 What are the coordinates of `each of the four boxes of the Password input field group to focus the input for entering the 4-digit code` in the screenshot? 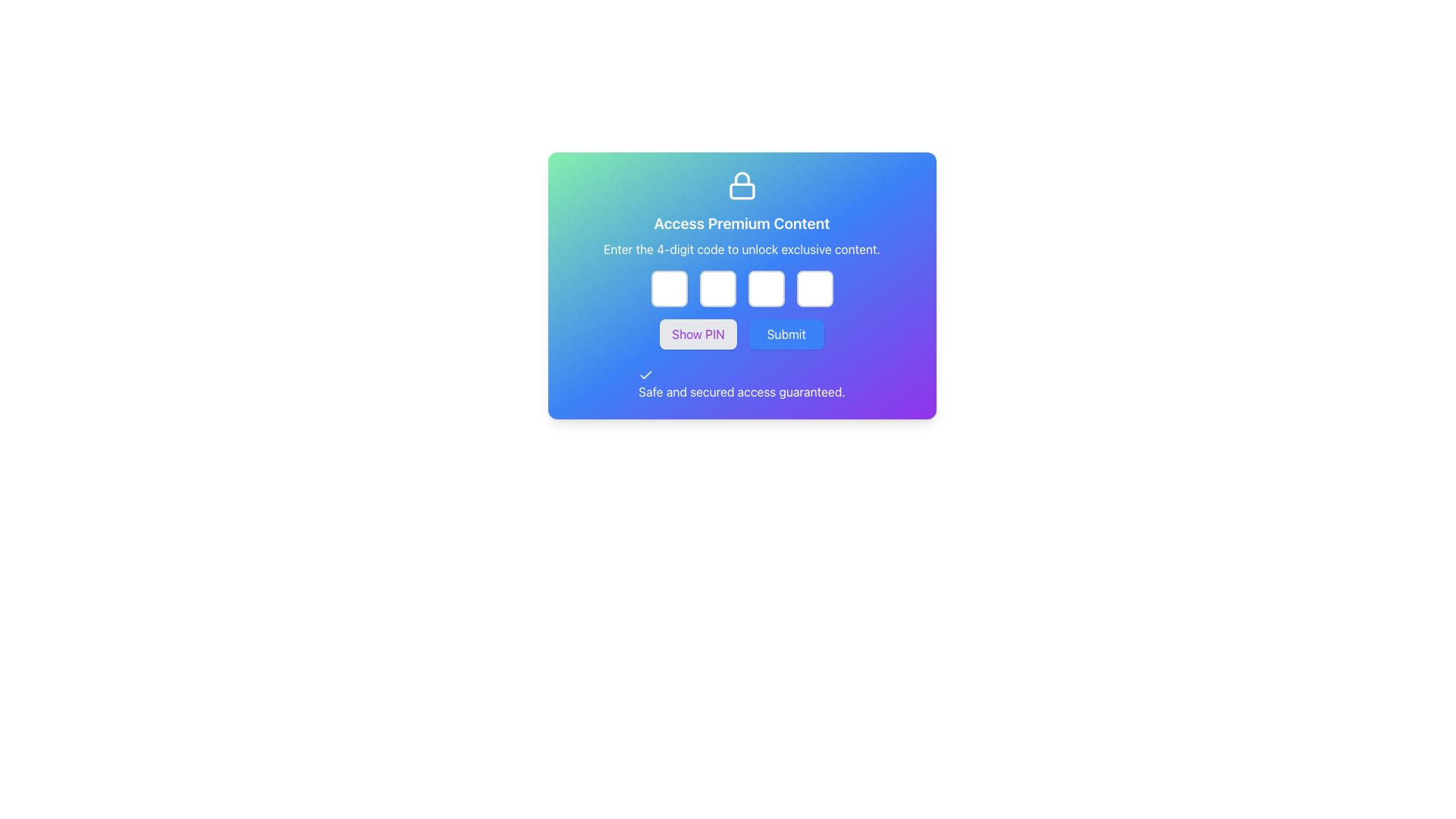 It's located at (742, 289).